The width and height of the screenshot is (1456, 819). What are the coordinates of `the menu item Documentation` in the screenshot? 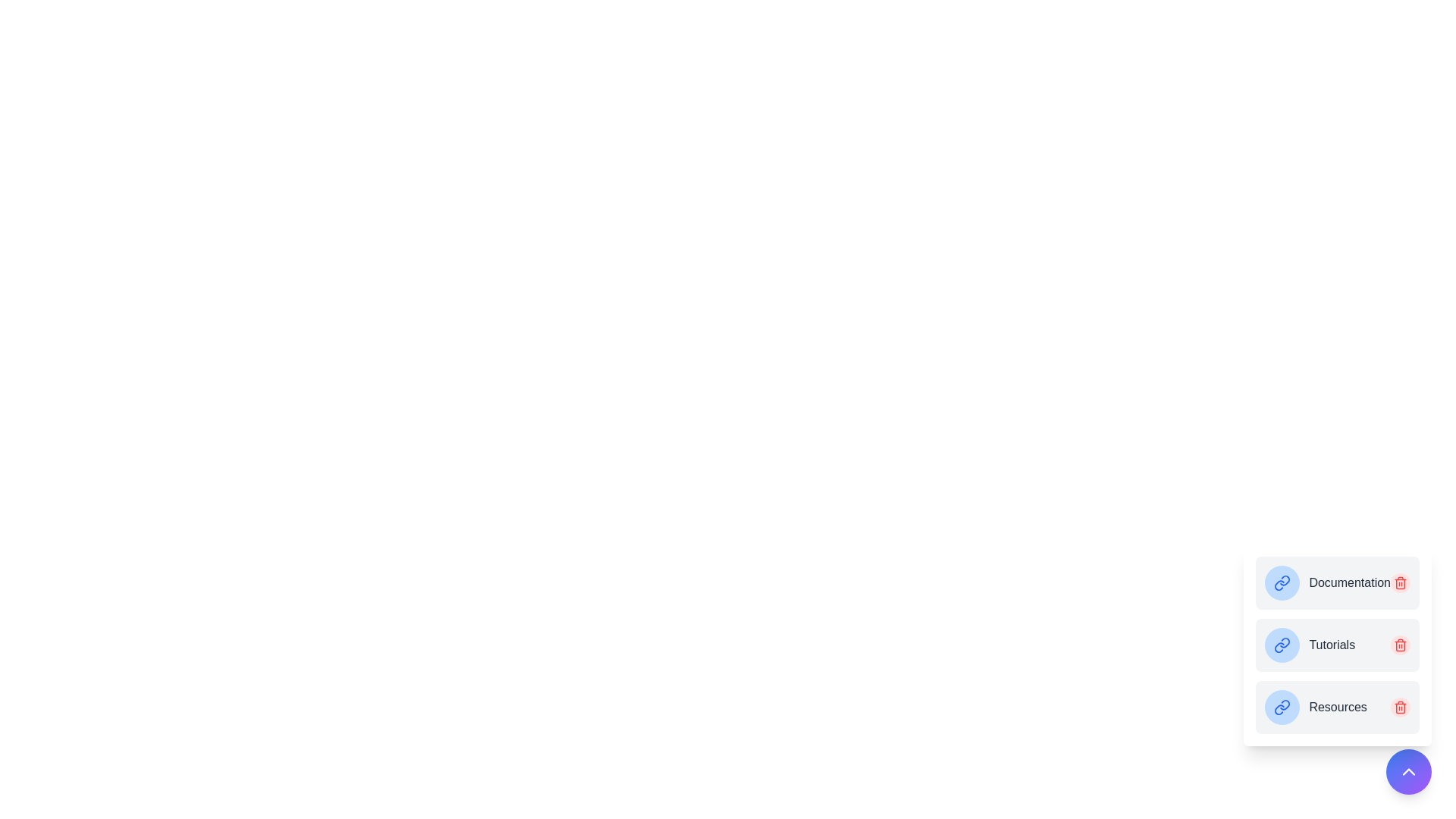 It's located at (1338, 582).